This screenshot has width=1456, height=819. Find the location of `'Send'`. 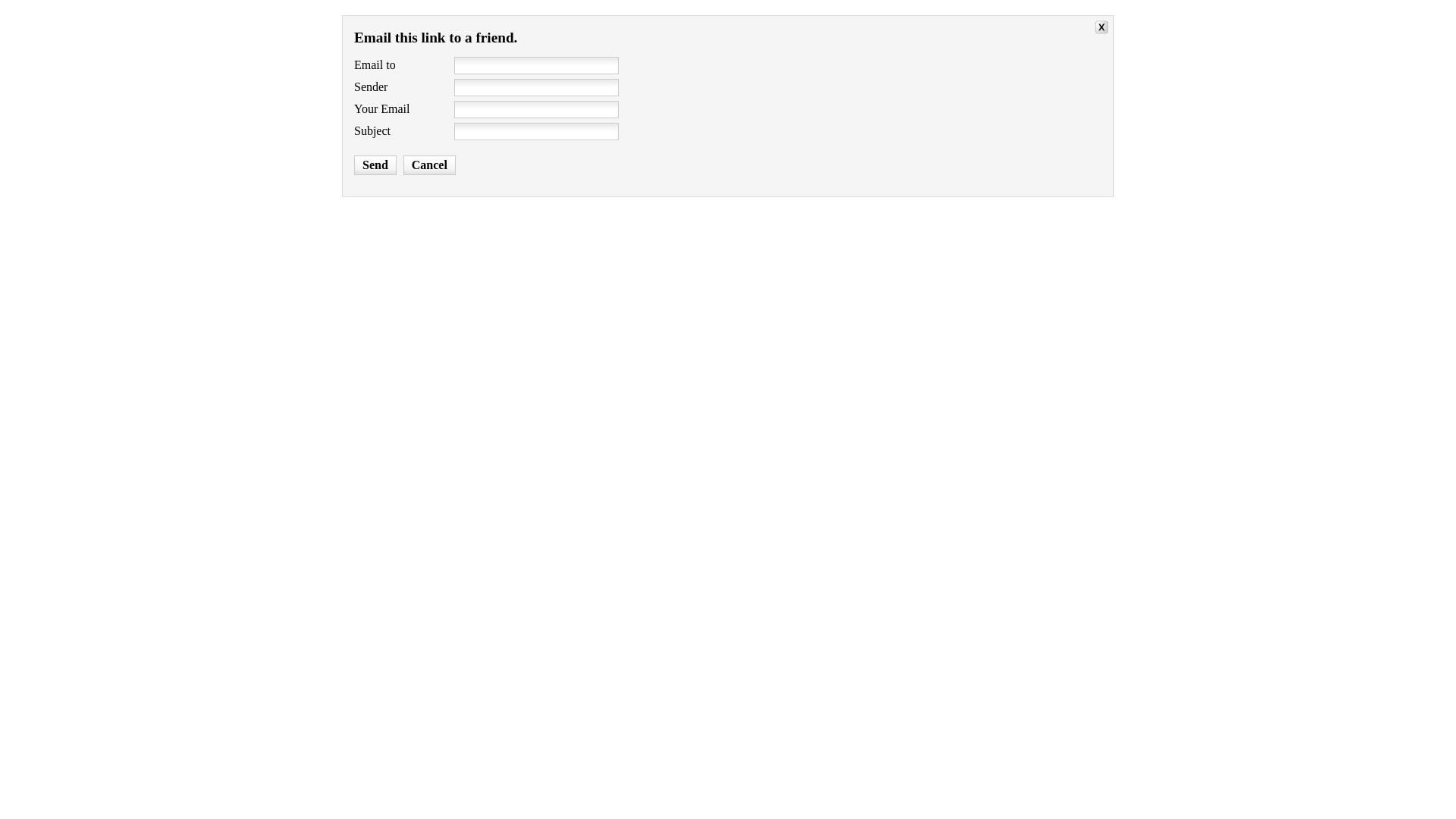

'Send' is located at coordinates (353, 165).